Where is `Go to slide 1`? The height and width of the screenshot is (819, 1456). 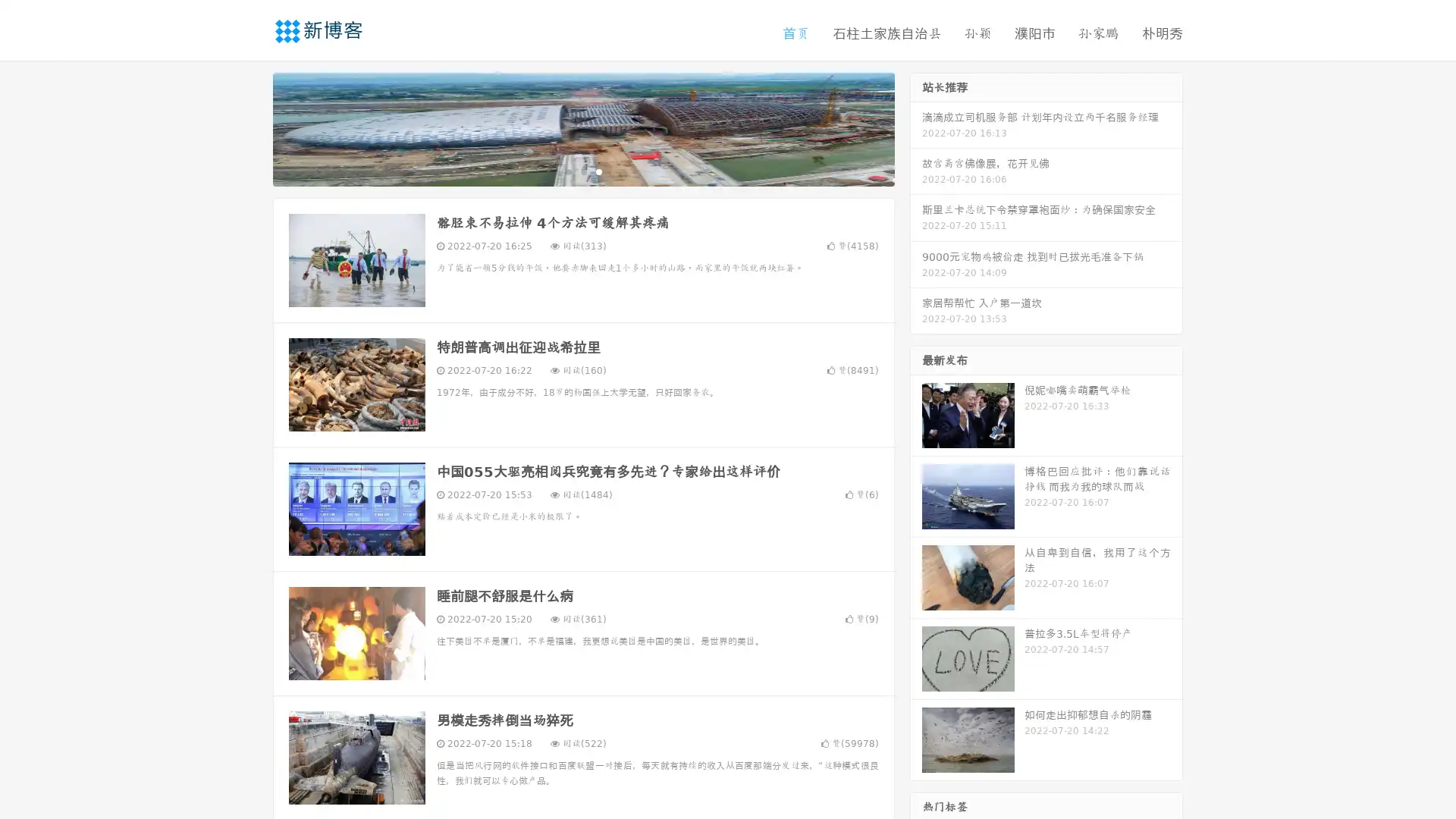
Go to slide 1 is located at coordinates (567, 171).